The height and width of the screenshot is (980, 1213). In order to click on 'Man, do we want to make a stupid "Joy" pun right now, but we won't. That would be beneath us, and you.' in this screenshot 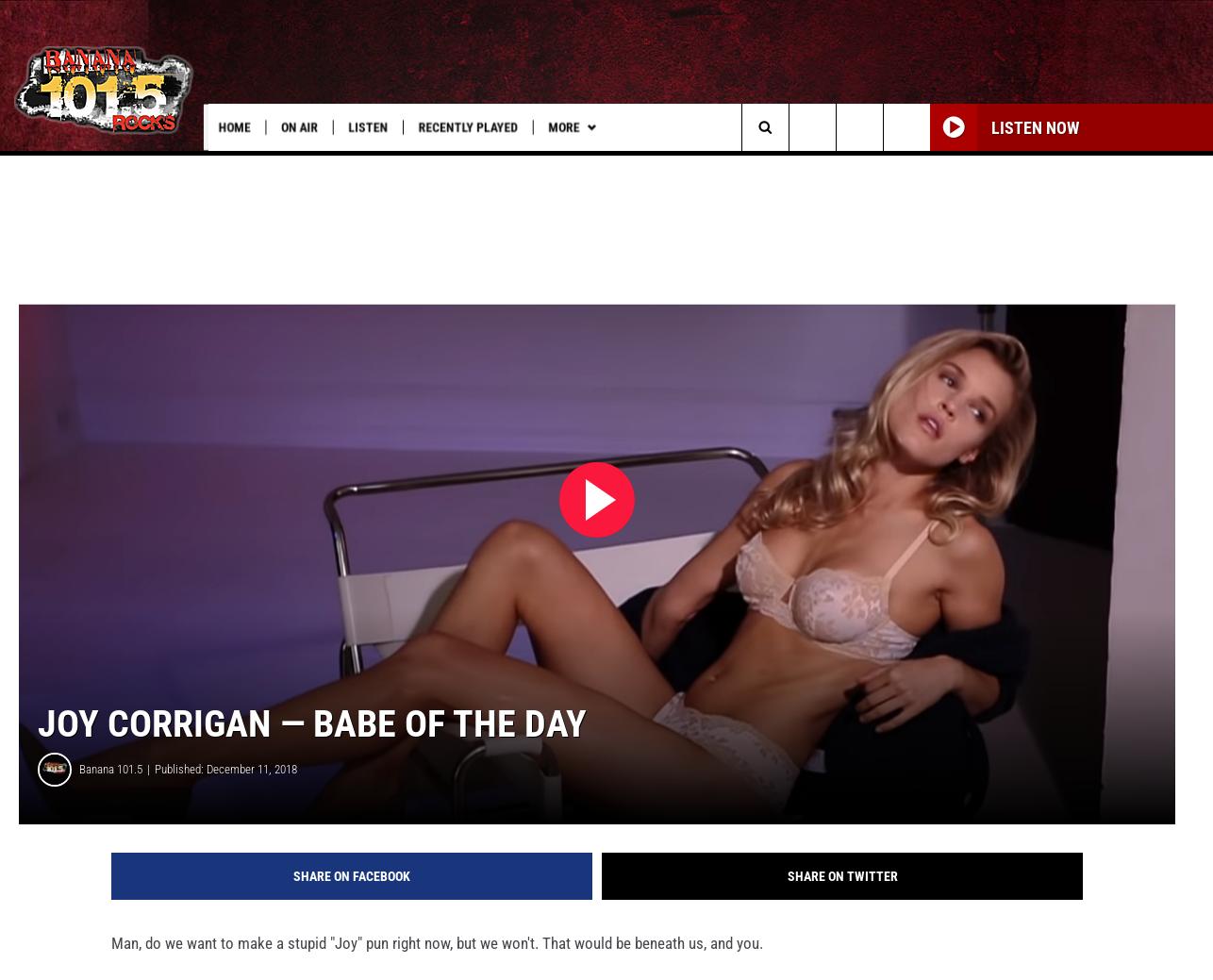, I will do `click(436, 969)`.